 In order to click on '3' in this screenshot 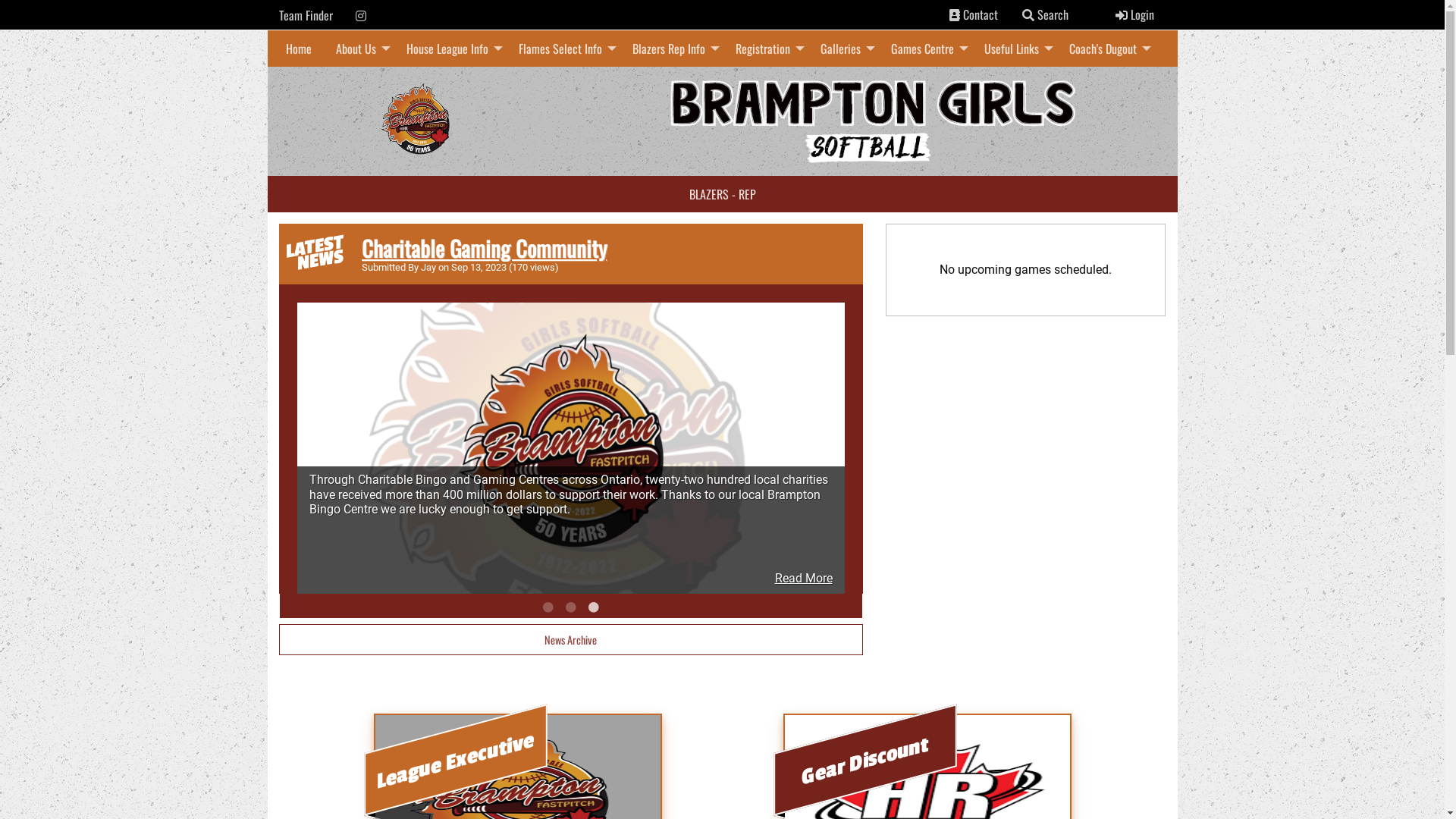, I will do `click(592, 607)`.